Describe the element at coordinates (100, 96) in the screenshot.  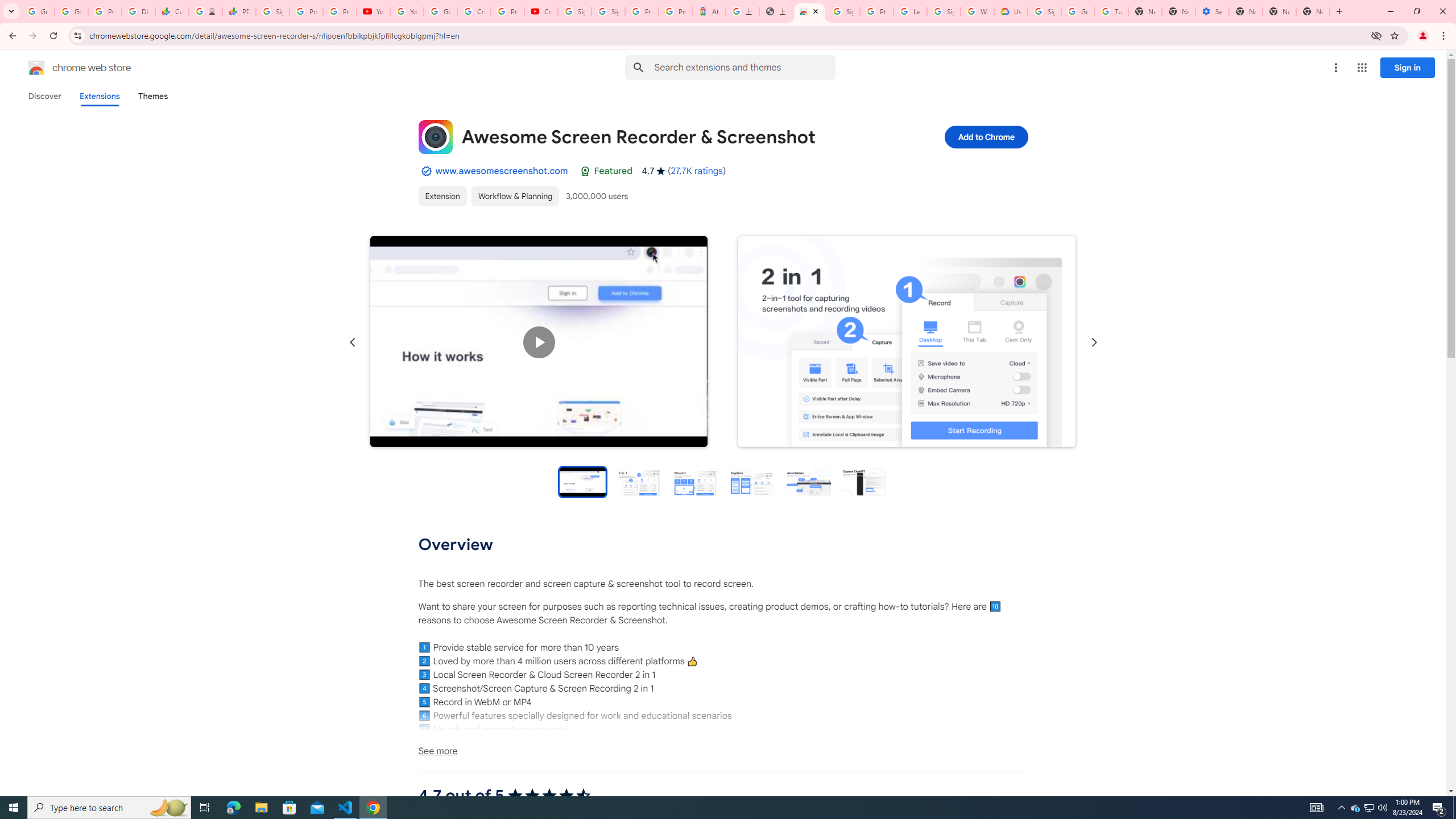
I see `'Extensions'` at that location.